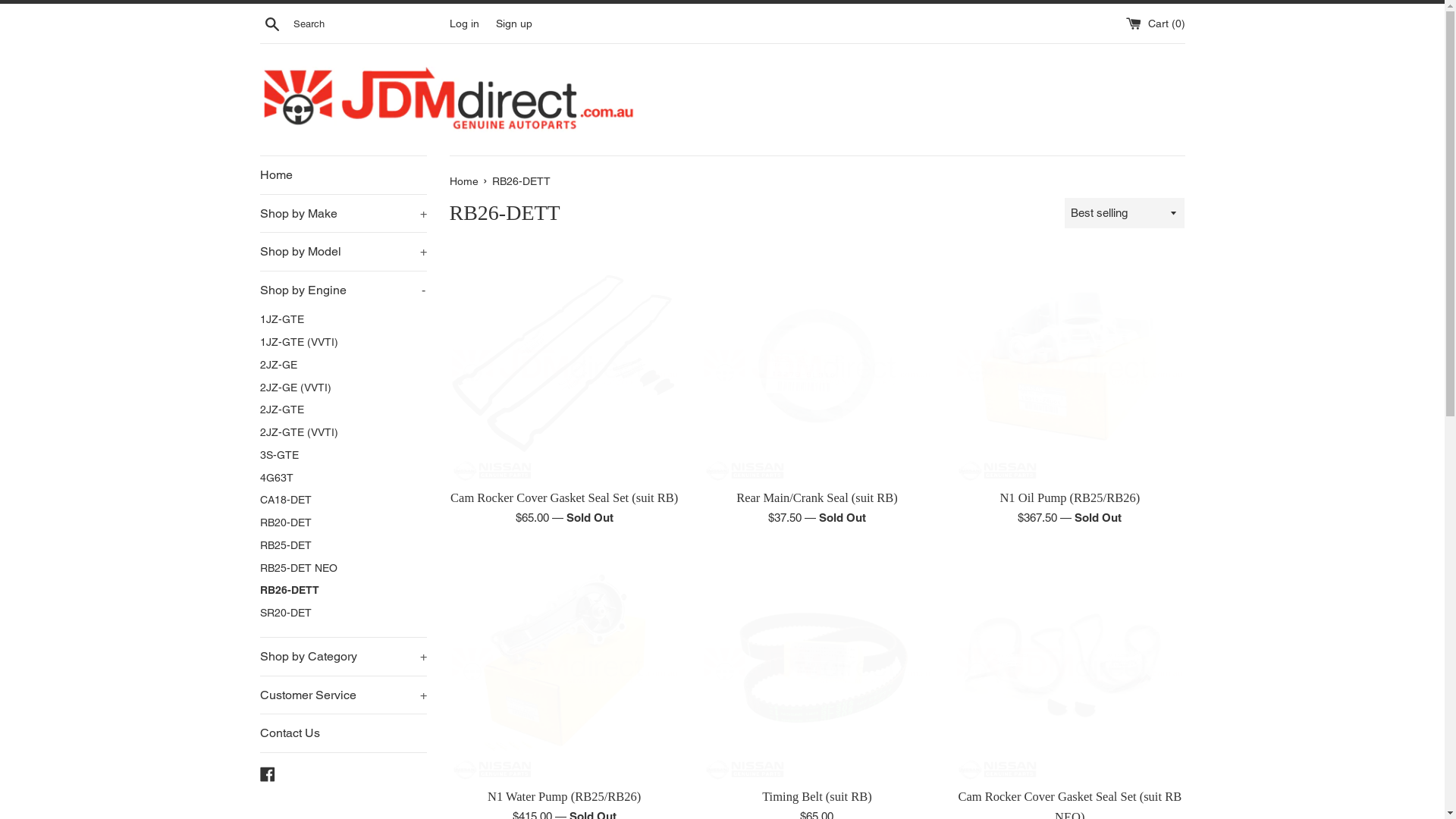  I want to click on 'N1 Oil Pump (RB25/RB26)', so click(1068, 366).